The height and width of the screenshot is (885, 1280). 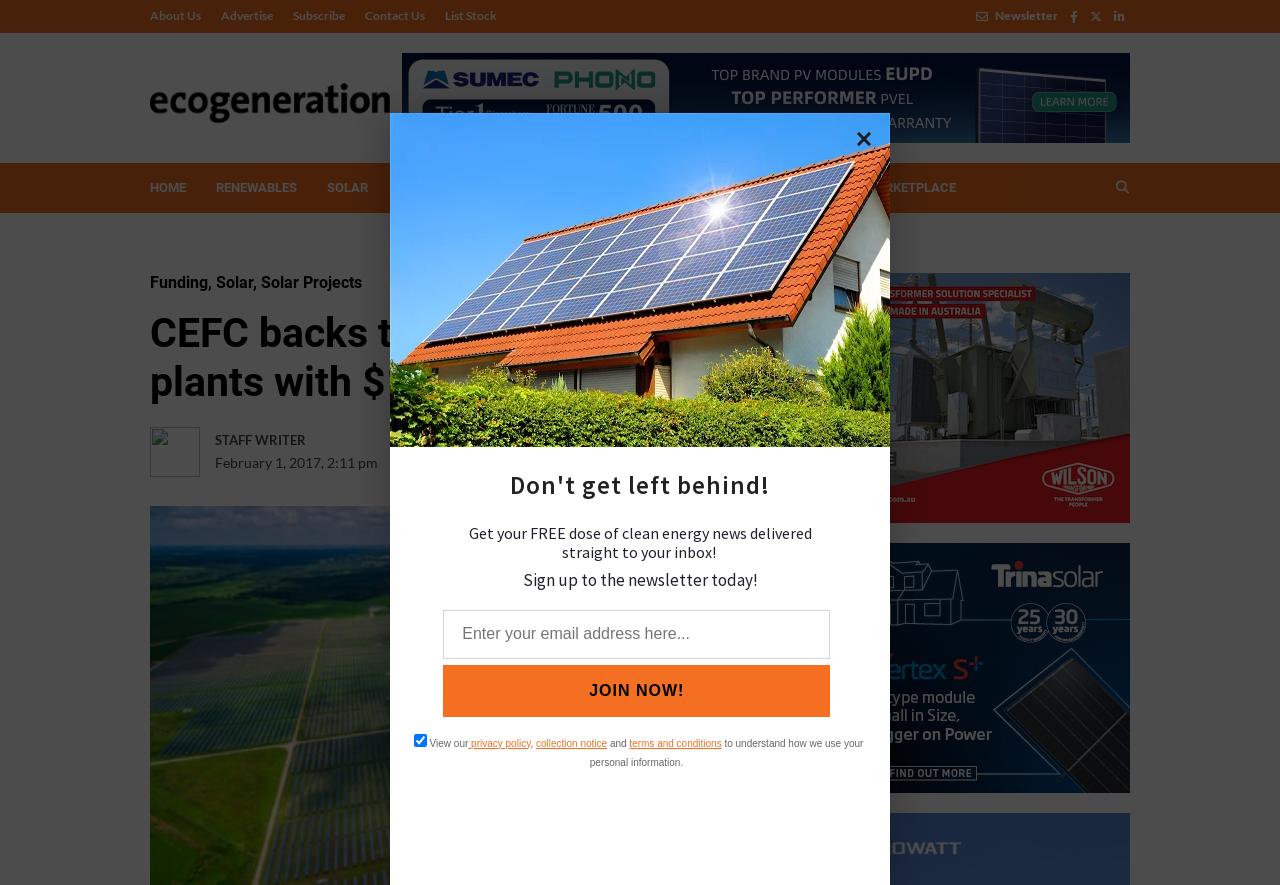 I want to click on 'Staff Writer', so click(x=259, y=438).